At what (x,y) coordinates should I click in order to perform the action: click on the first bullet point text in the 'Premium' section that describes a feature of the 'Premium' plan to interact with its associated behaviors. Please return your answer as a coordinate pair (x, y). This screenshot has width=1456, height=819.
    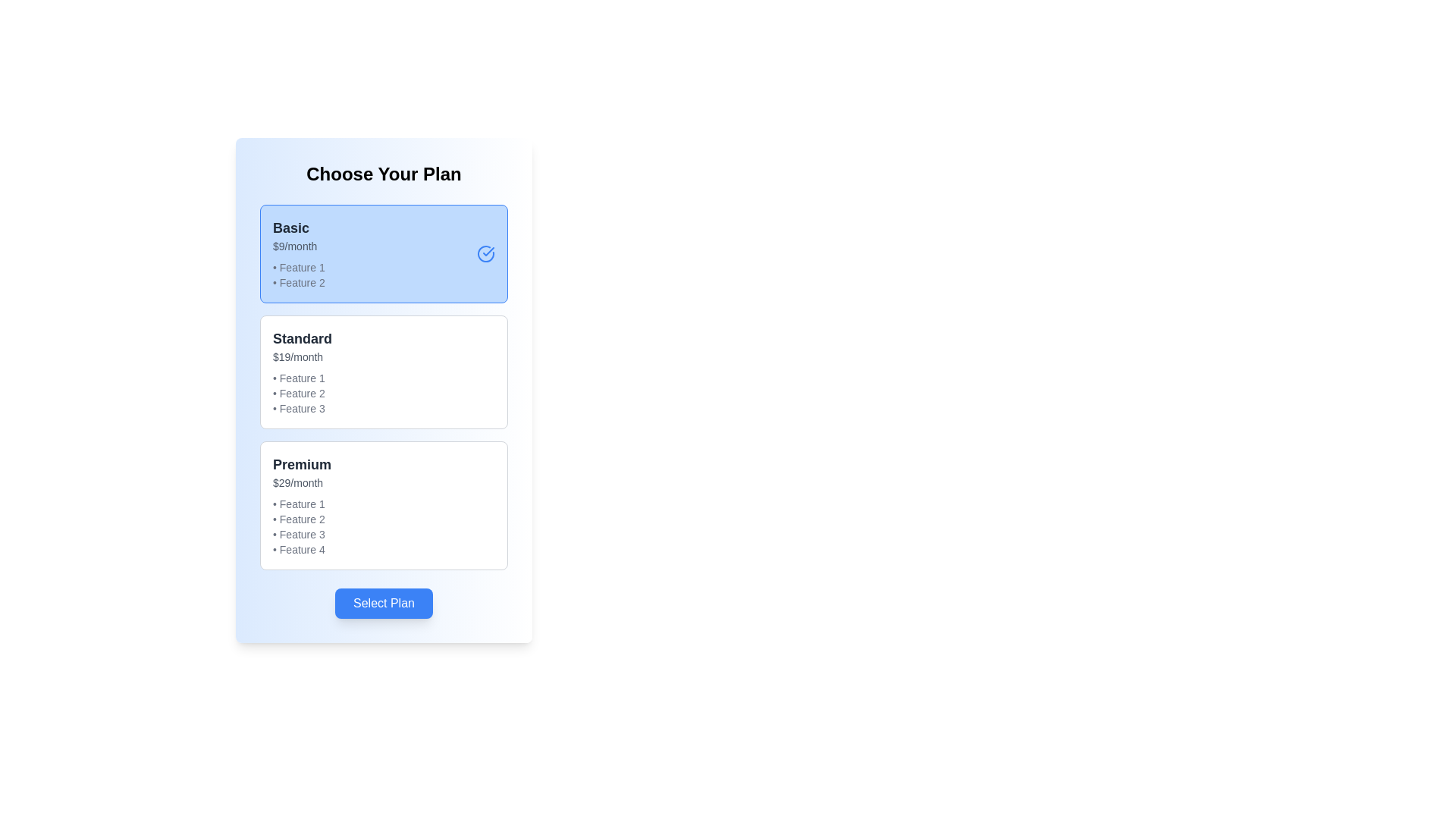
    Looking at the image, I should click on (302, 504).